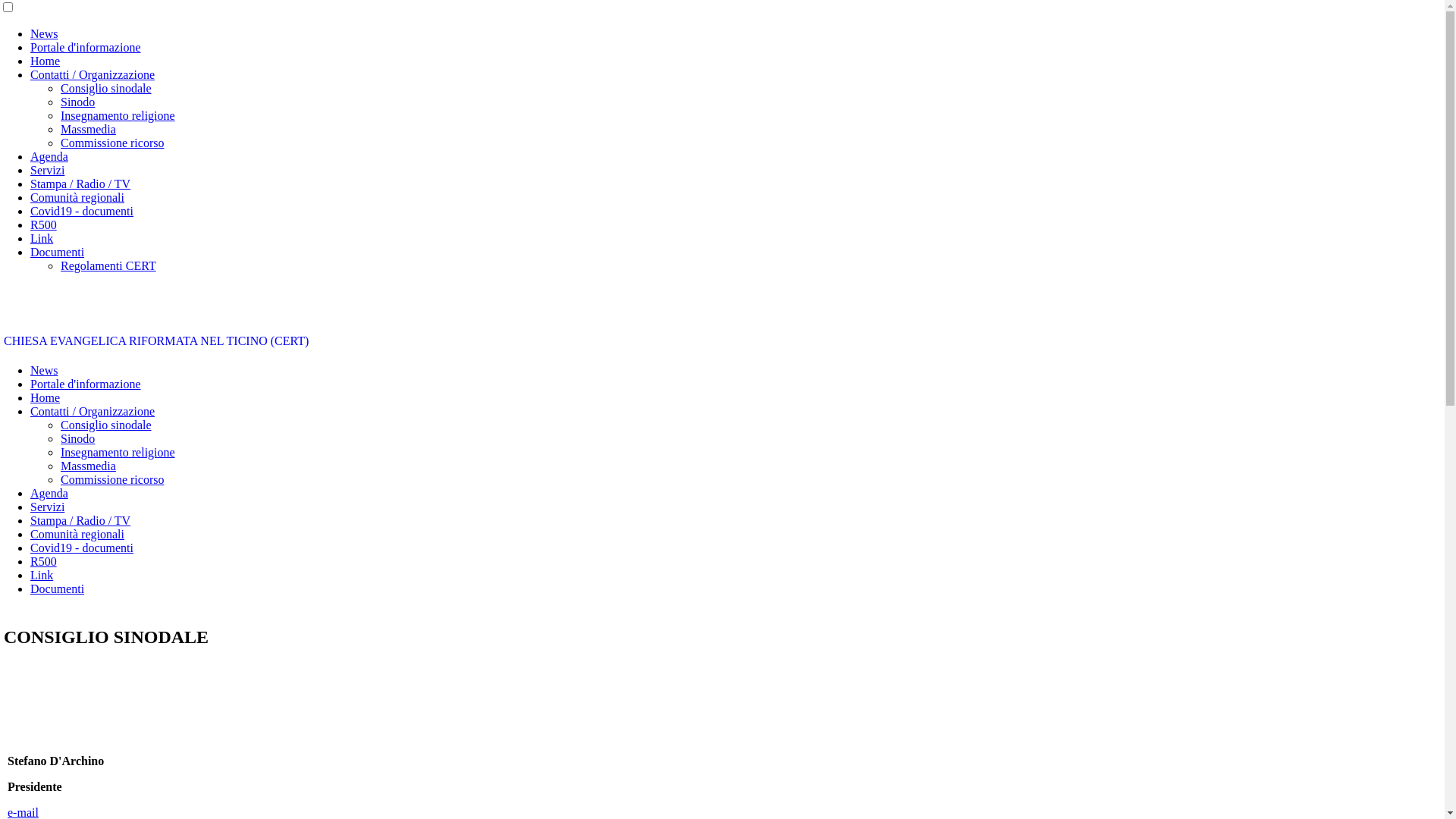 Image resolution: width=1456 pixels, height=819 pixels. Describe the element at coordinates (30, 211) in the screenshot. I see `'Covid19 - documenti'` at that location.